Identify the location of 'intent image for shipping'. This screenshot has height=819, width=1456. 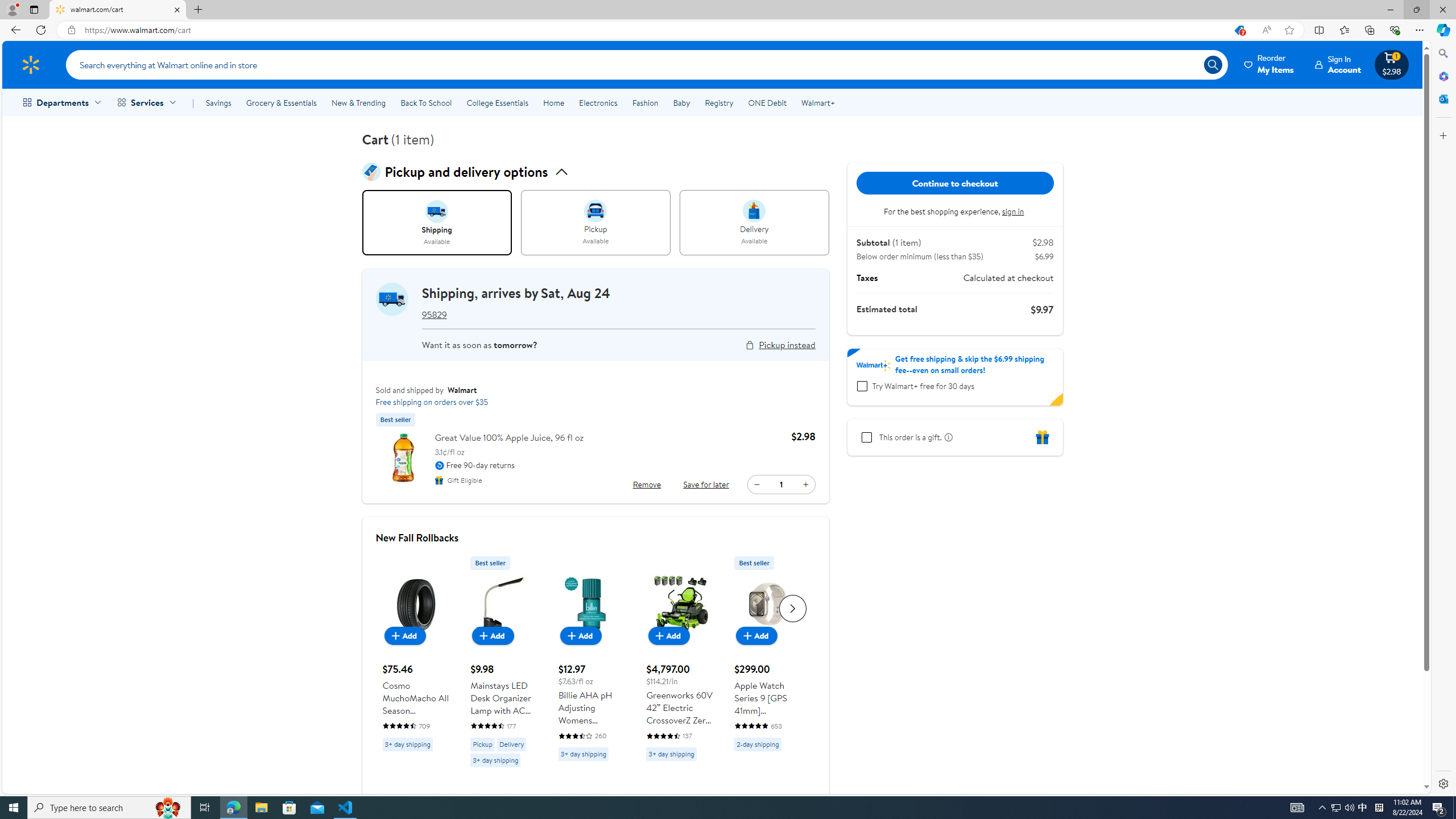
(436, 211).